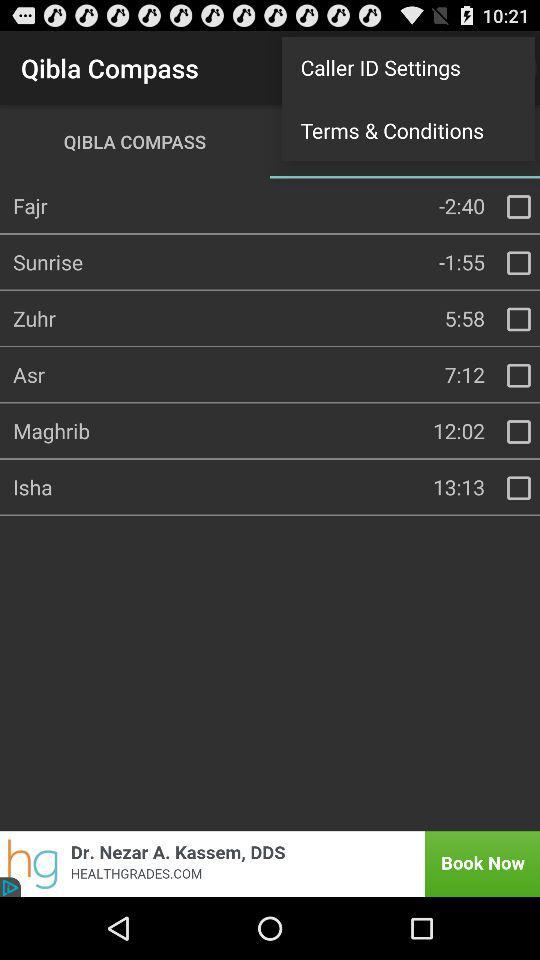  Describe the element at coordinates (518, 206) in the screenshot. I see `check mark box` at that location.